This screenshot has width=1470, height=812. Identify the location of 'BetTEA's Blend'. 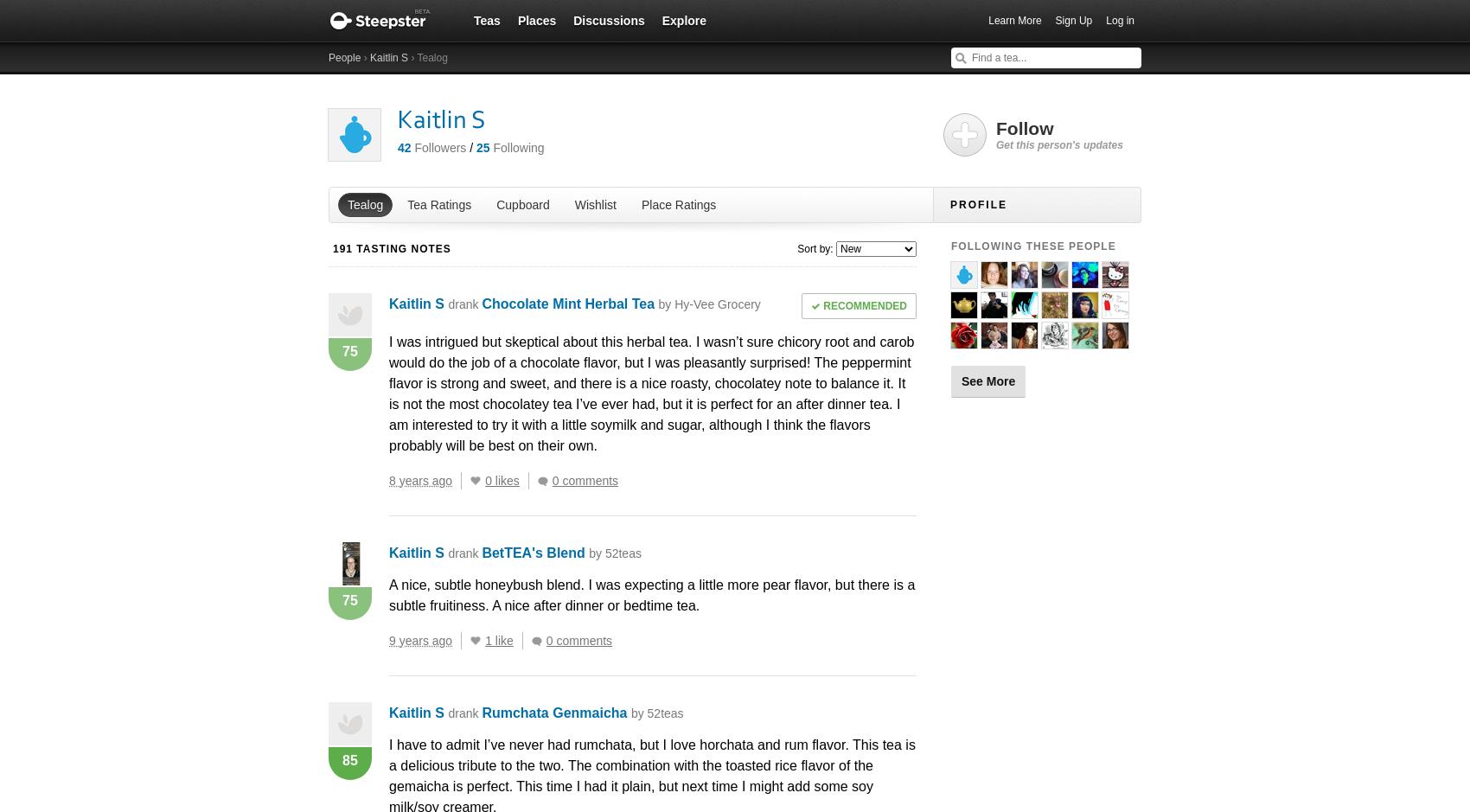
(534, 552).